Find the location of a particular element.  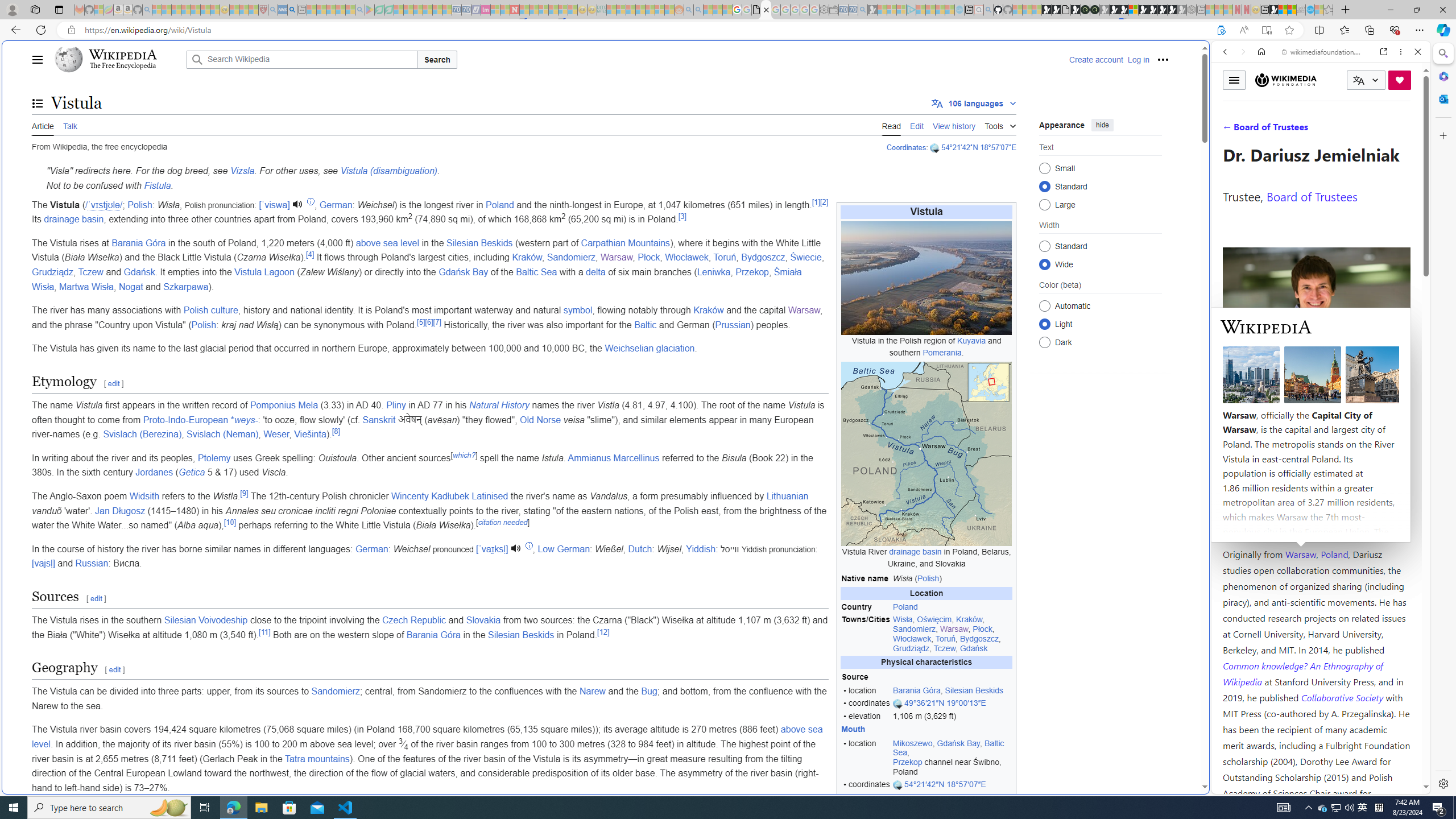

'Edit' is located at coordinates (916, 125).